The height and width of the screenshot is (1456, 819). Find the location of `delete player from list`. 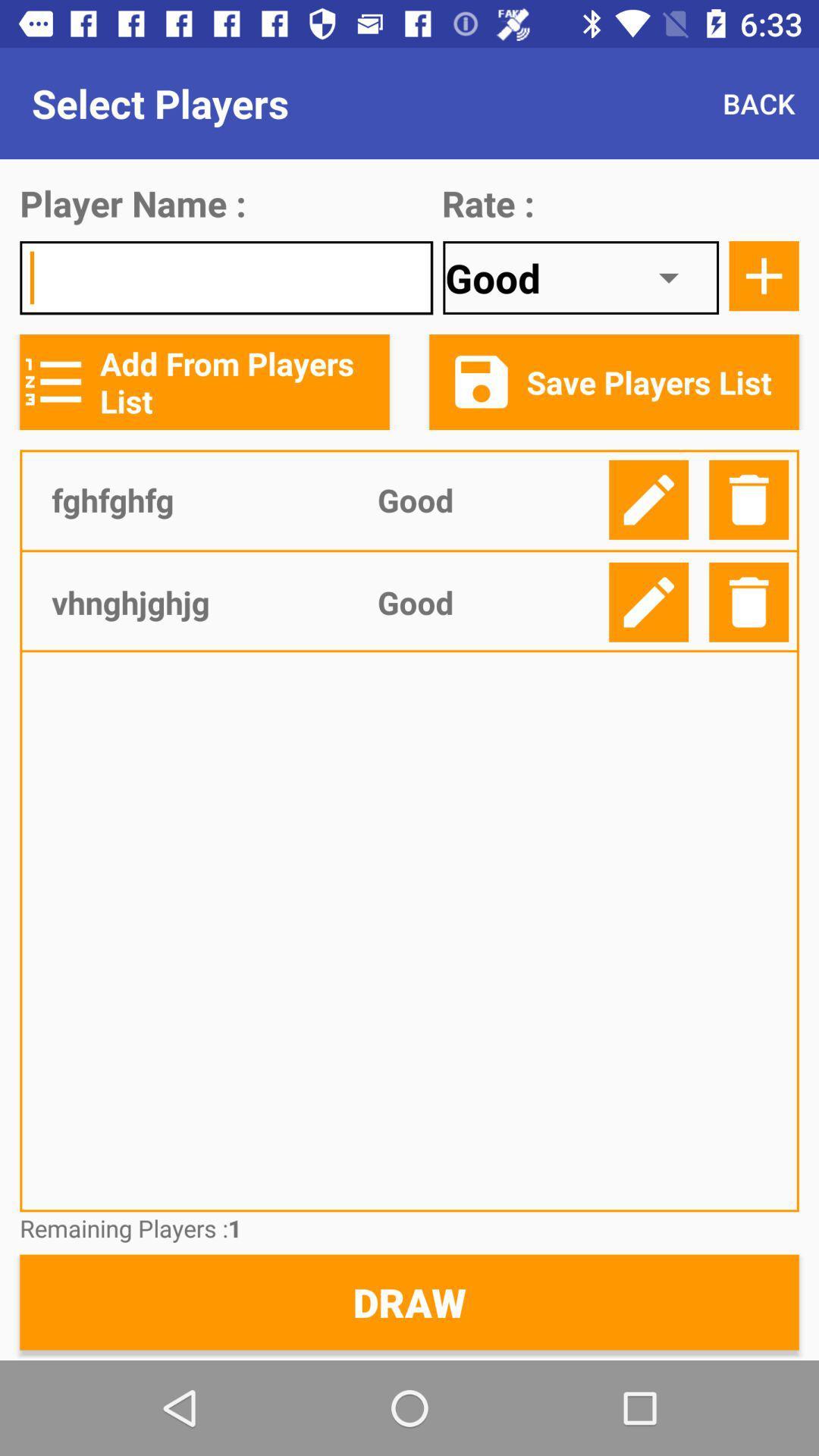

delete player from list is located at coordinates (748, 500).